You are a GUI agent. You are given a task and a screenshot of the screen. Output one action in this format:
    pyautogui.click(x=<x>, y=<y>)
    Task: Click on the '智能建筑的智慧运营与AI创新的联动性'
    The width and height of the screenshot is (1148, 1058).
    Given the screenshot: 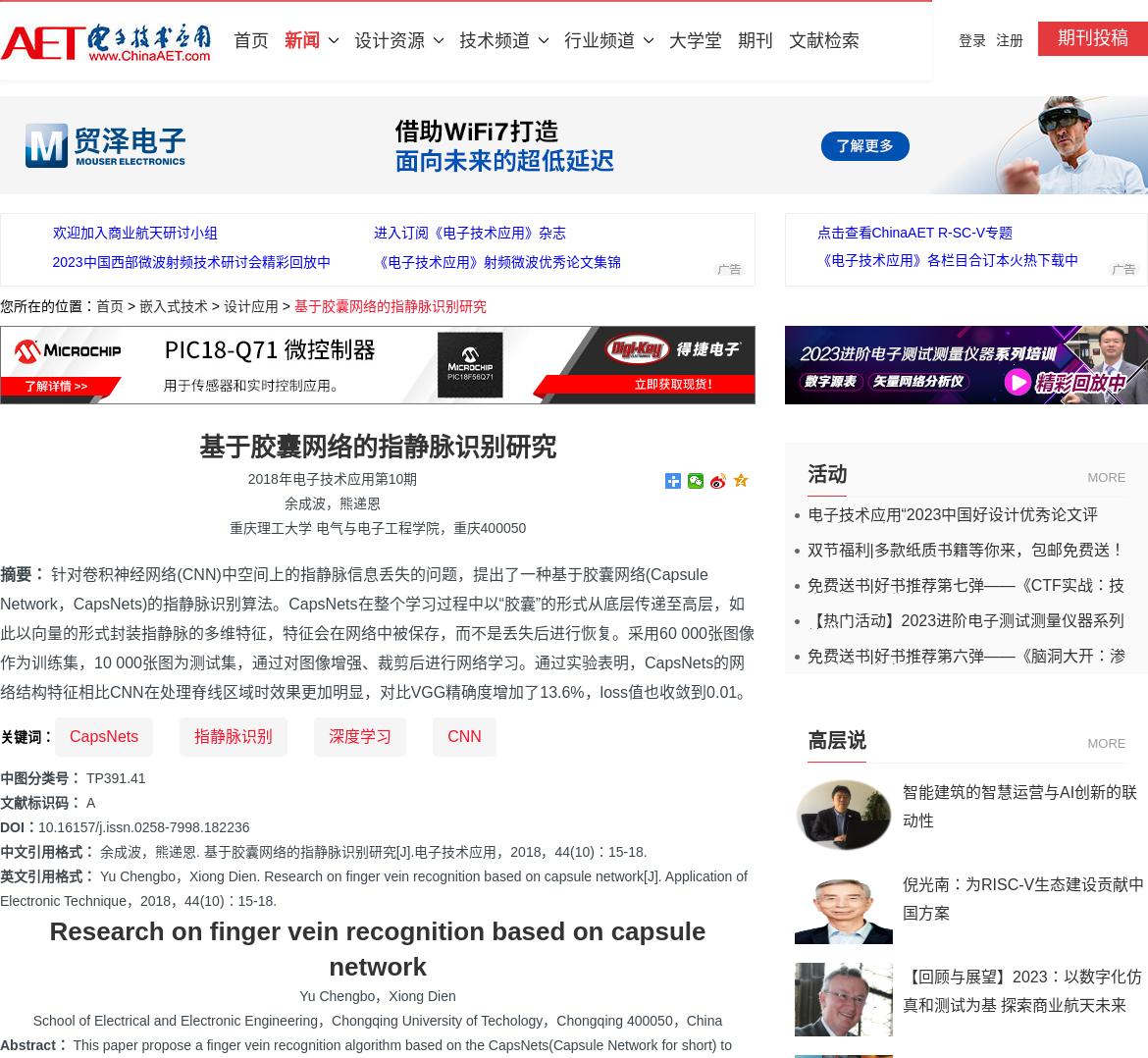 What is the action you would take?
    pyautogui.click(x=1019, y=806)
    